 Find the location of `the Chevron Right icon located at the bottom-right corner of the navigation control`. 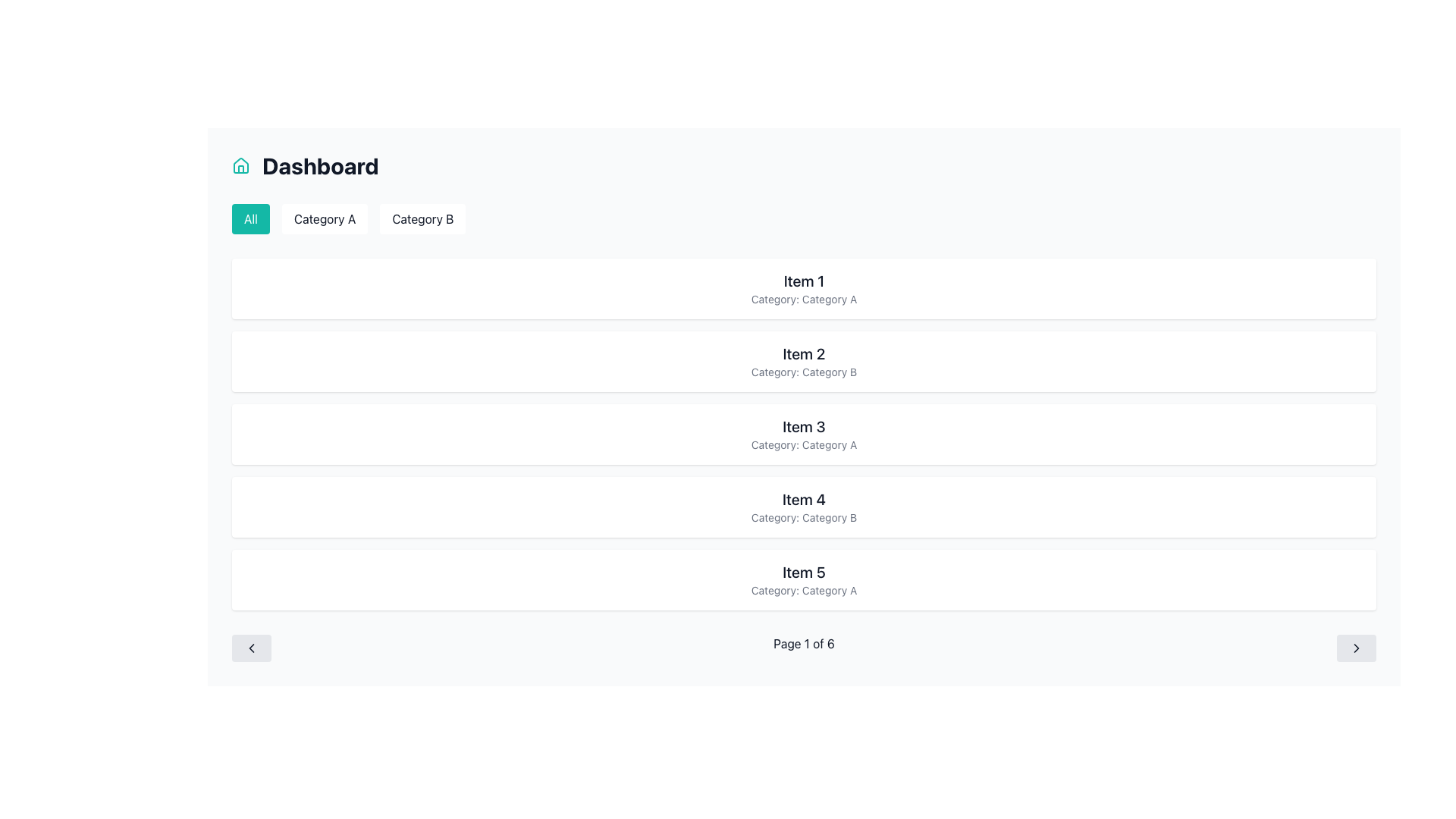

the Chevron Right icon located at the bottom-right corner of the navigation control is located at coordinates (1357, 648).